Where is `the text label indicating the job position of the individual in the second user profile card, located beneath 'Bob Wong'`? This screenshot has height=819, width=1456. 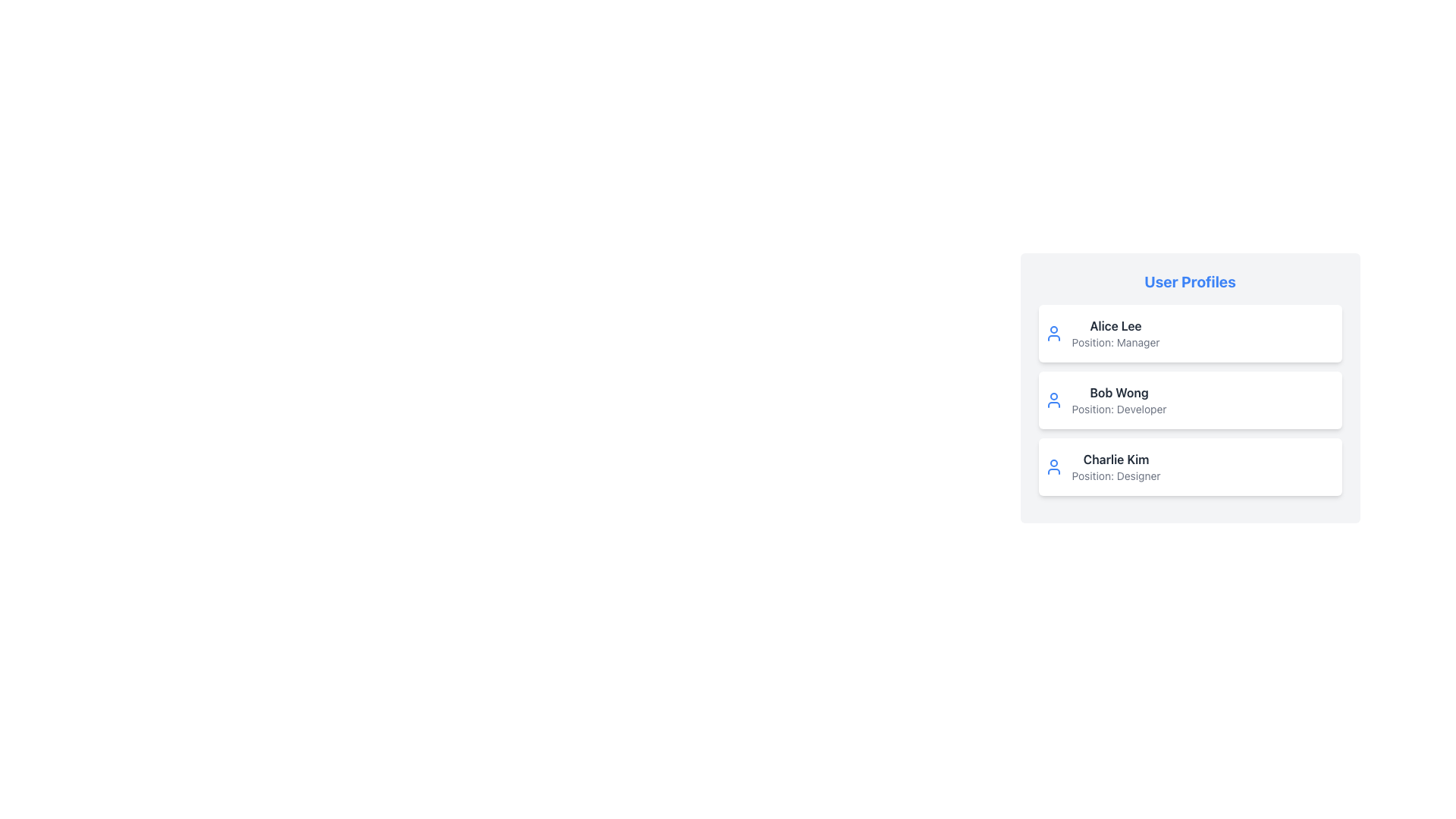 the text label indicating the job position of the individual in the second user profile card, located beneath 'Bob Wong' is located at coordinates (1119, 409).